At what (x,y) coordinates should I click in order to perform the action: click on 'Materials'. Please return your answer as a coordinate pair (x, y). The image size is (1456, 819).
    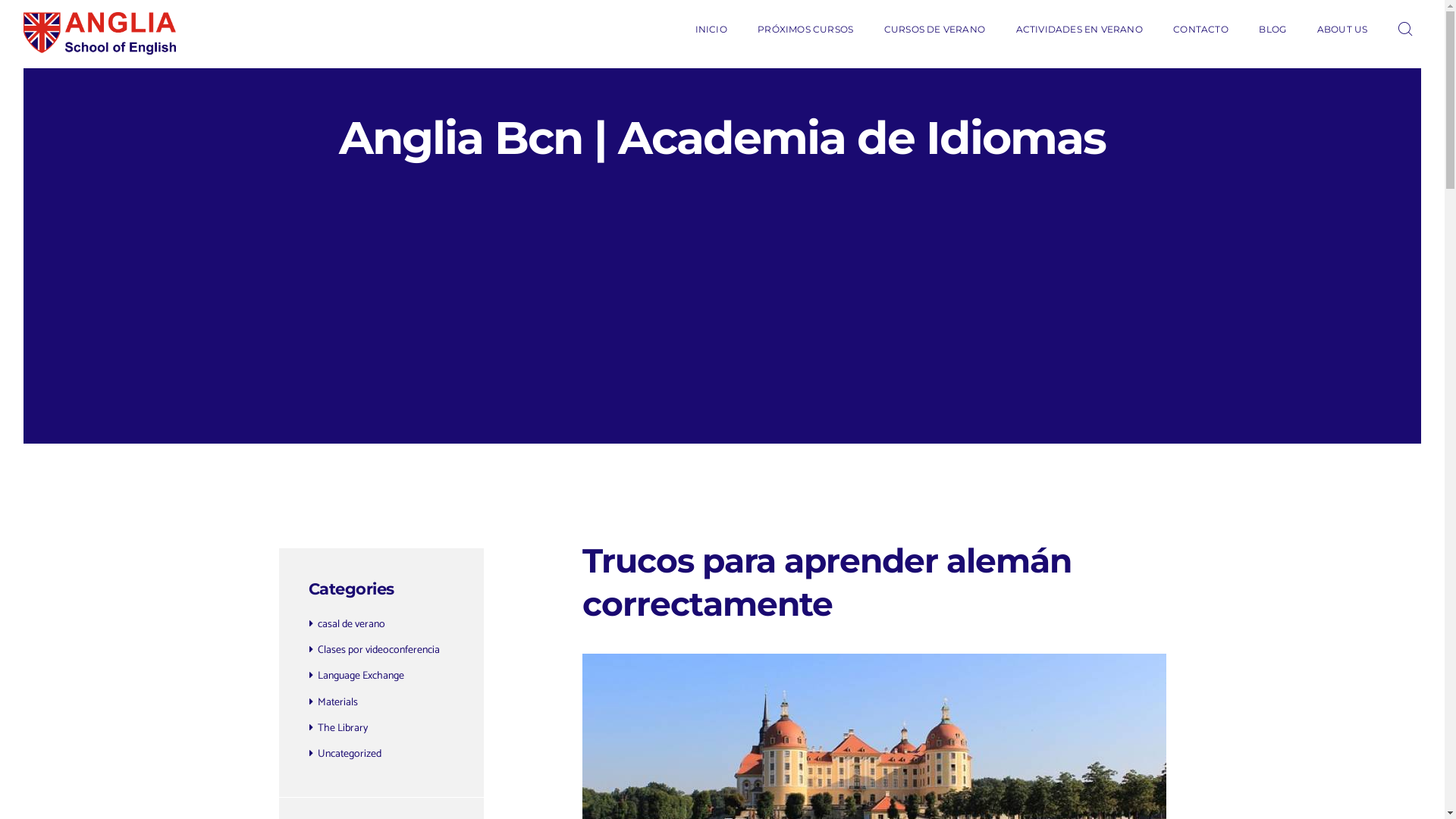
    Looking at the image, I should click on (316, 702).